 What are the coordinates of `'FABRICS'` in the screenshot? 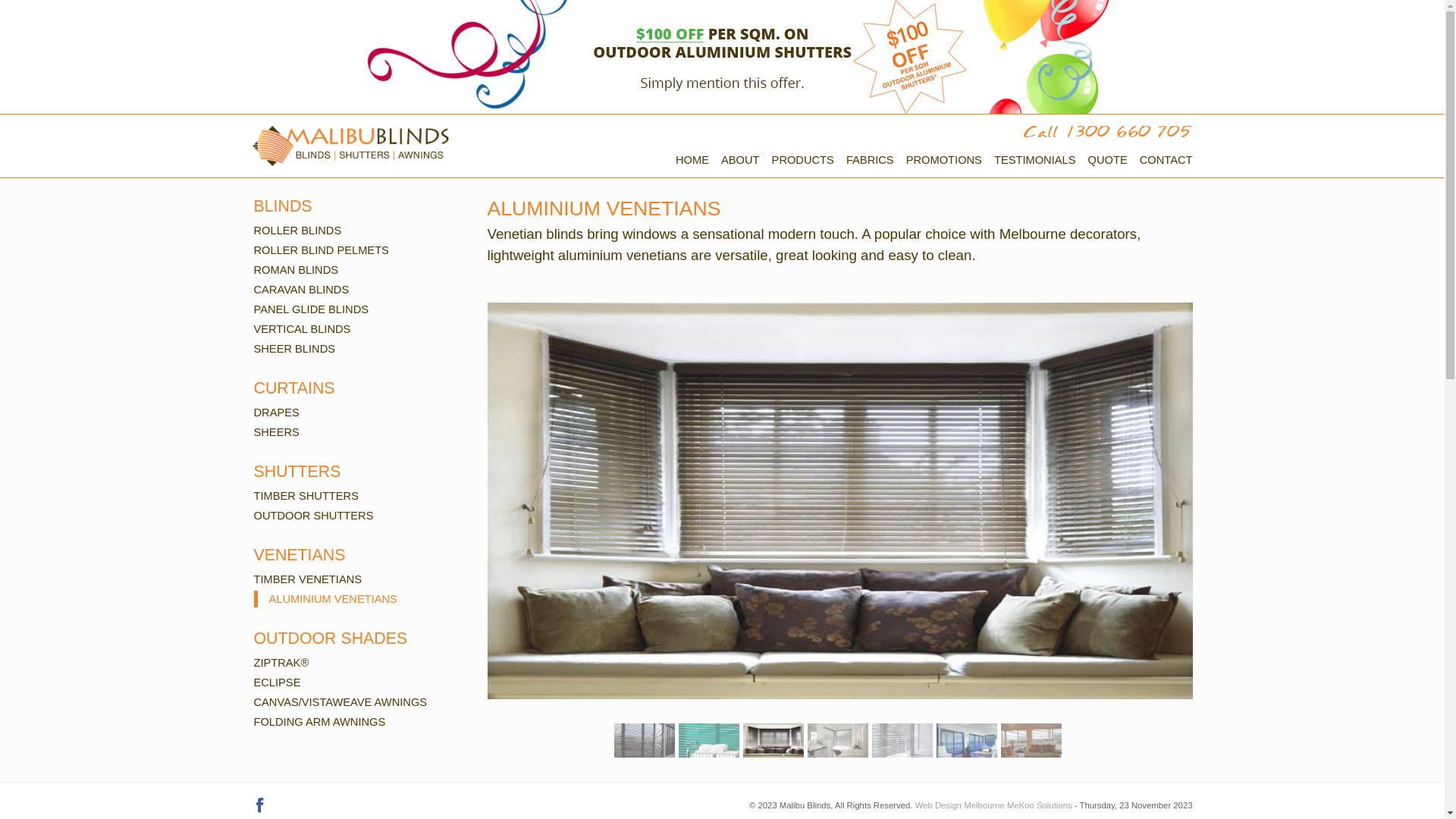 It's located at (870, 160).